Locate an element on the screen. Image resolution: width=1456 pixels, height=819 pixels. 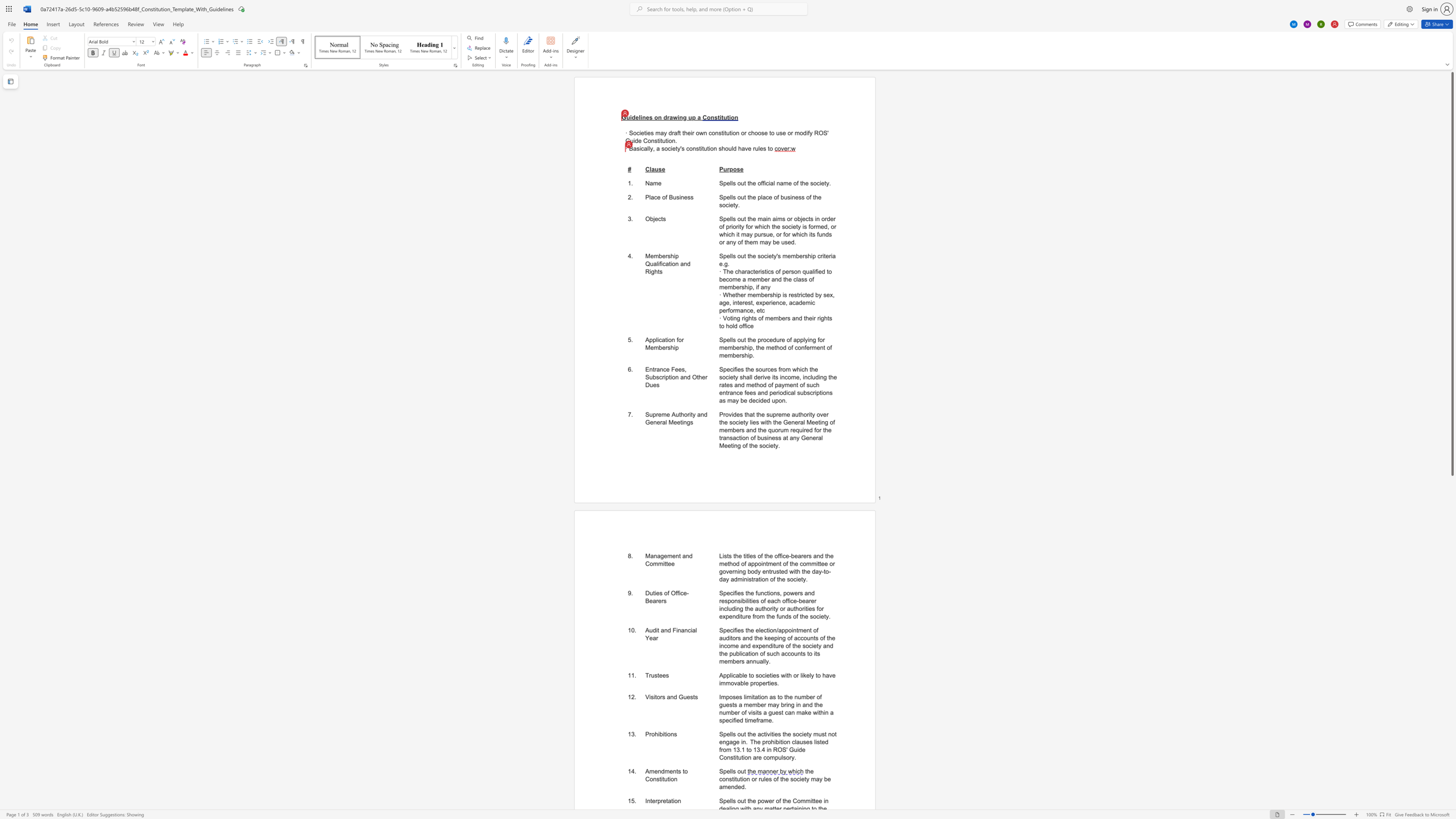
the subset text "es" within the text "Place of Business" is located at coordinates (684, 197).